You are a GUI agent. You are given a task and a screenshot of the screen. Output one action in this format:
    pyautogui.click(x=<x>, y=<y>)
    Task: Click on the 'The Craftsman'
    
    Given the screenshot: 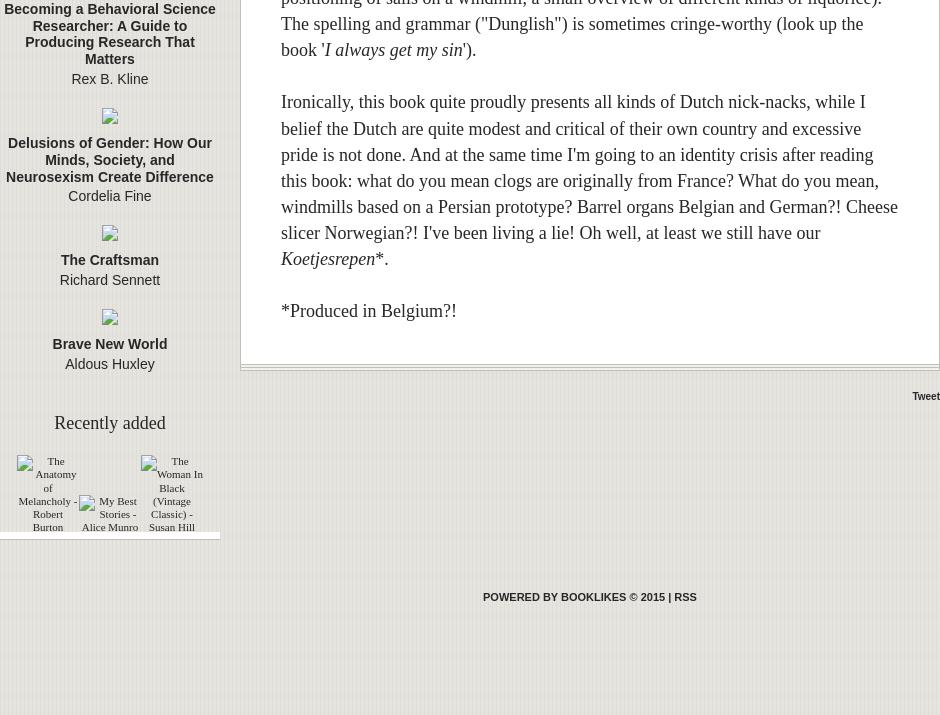 What is the action you would take?
    pyautogui.click(x=58, y=258)
    